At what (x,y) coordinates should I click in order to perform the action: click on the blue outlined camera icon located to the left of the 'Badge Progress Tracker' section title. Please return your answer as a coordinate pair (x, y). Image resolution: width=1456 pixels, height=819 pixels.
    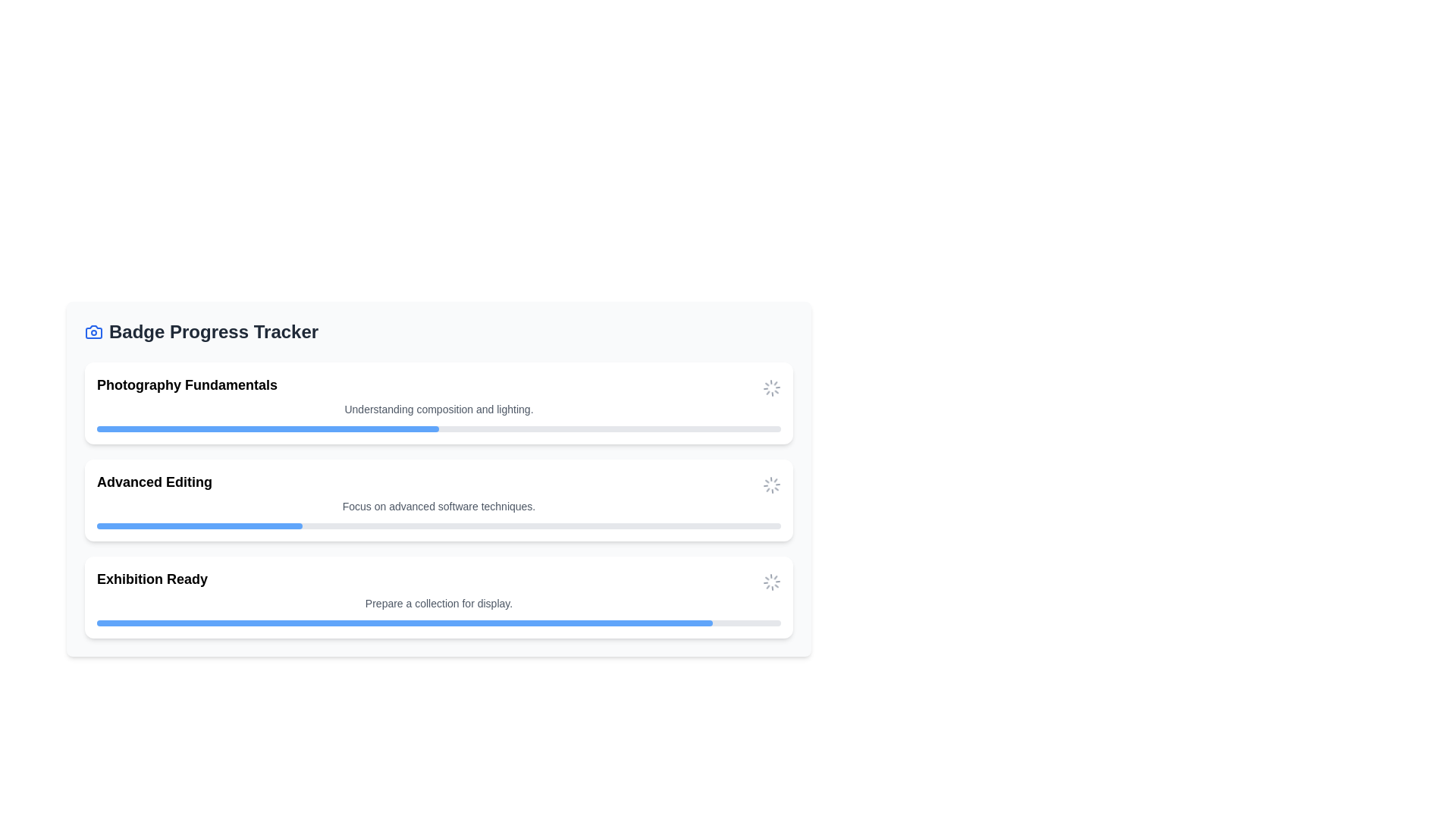
    Looking at the image, I should click on (93, 331).